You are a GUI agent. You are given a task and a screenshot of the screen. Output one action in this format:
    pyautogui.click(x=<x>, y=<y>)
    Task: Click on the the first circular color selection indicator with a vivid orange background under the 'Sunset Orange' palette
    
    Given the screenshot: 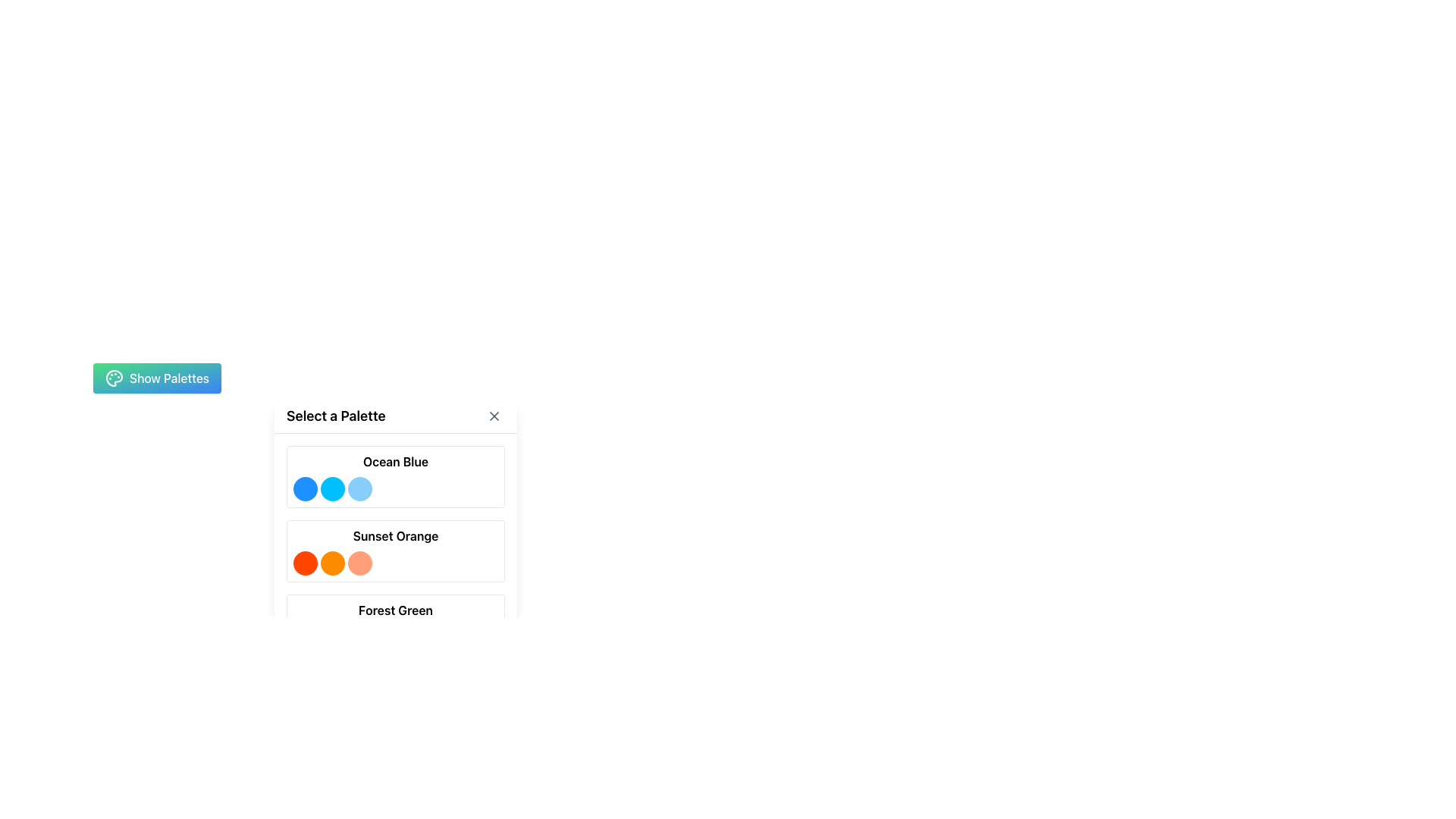 What is the action you would take?
    pyautogui.click(x=305, y=563)
    